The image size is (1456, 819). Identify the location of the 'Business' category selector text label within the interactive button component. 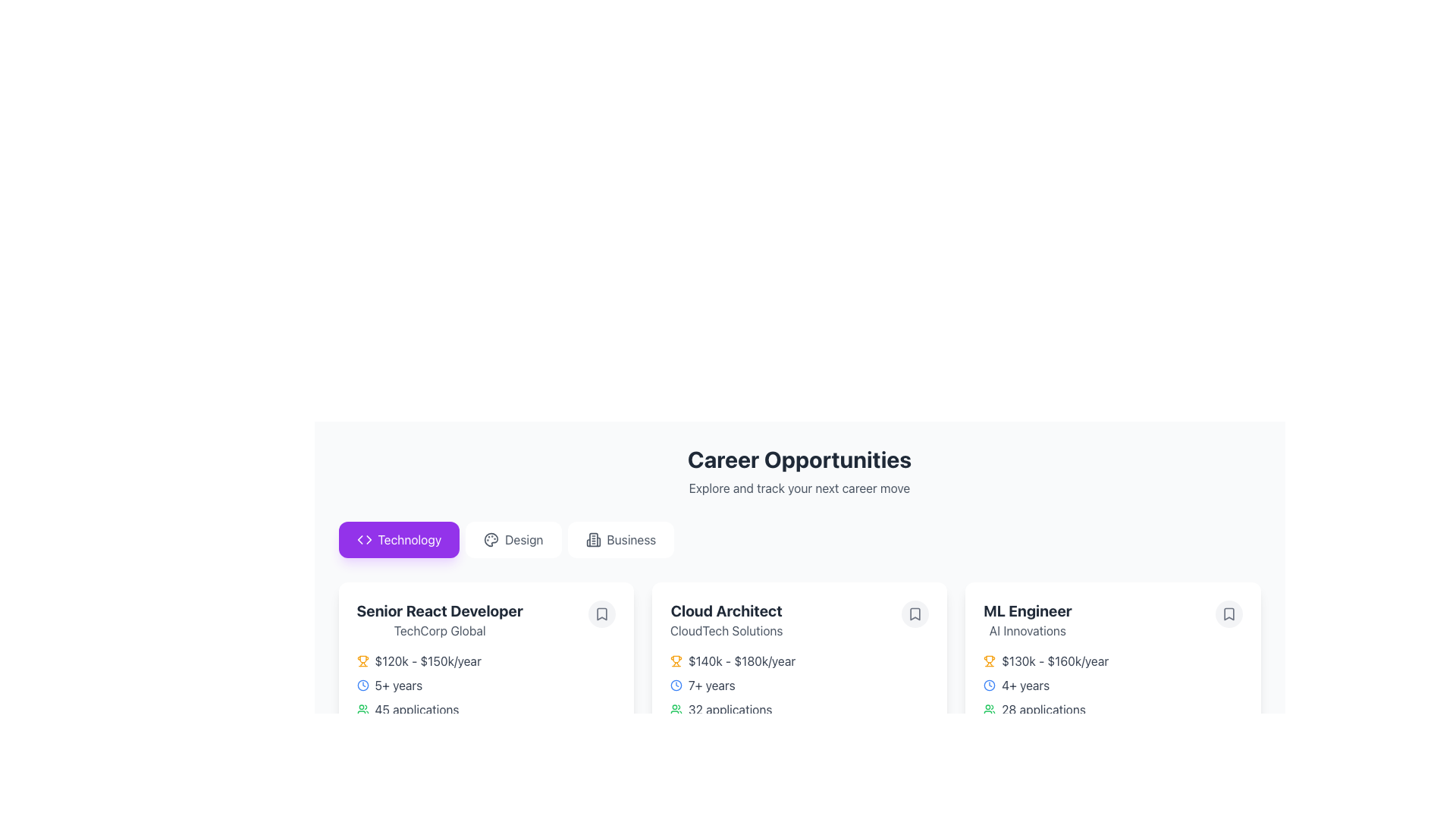
(631, 539).